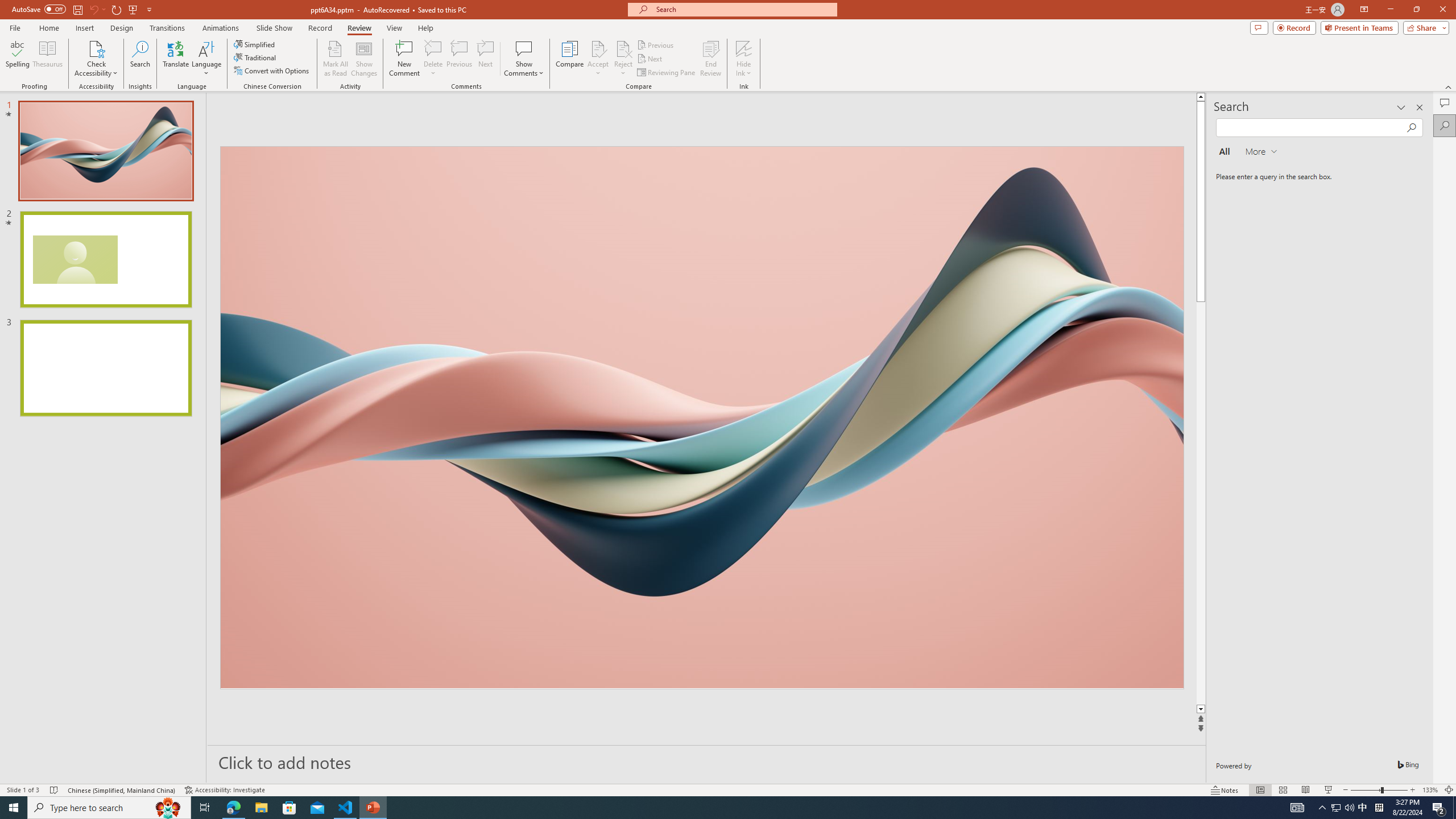  I want to click on 'Next', so click(650, 59).